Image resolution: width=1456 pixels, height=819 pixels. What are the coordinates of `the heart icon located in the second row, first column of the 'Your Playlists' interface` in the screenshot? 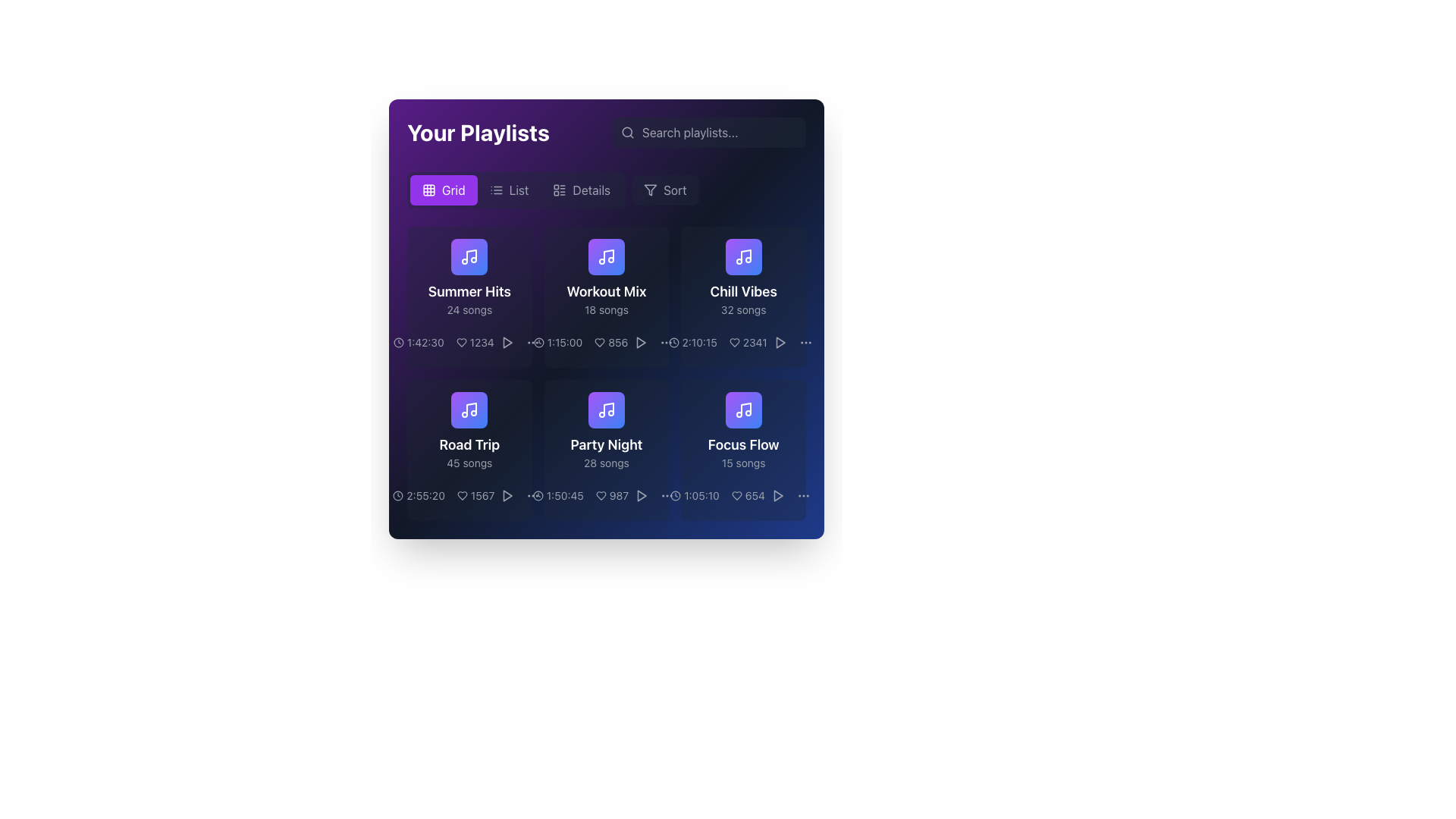 It's located at (461, 496).